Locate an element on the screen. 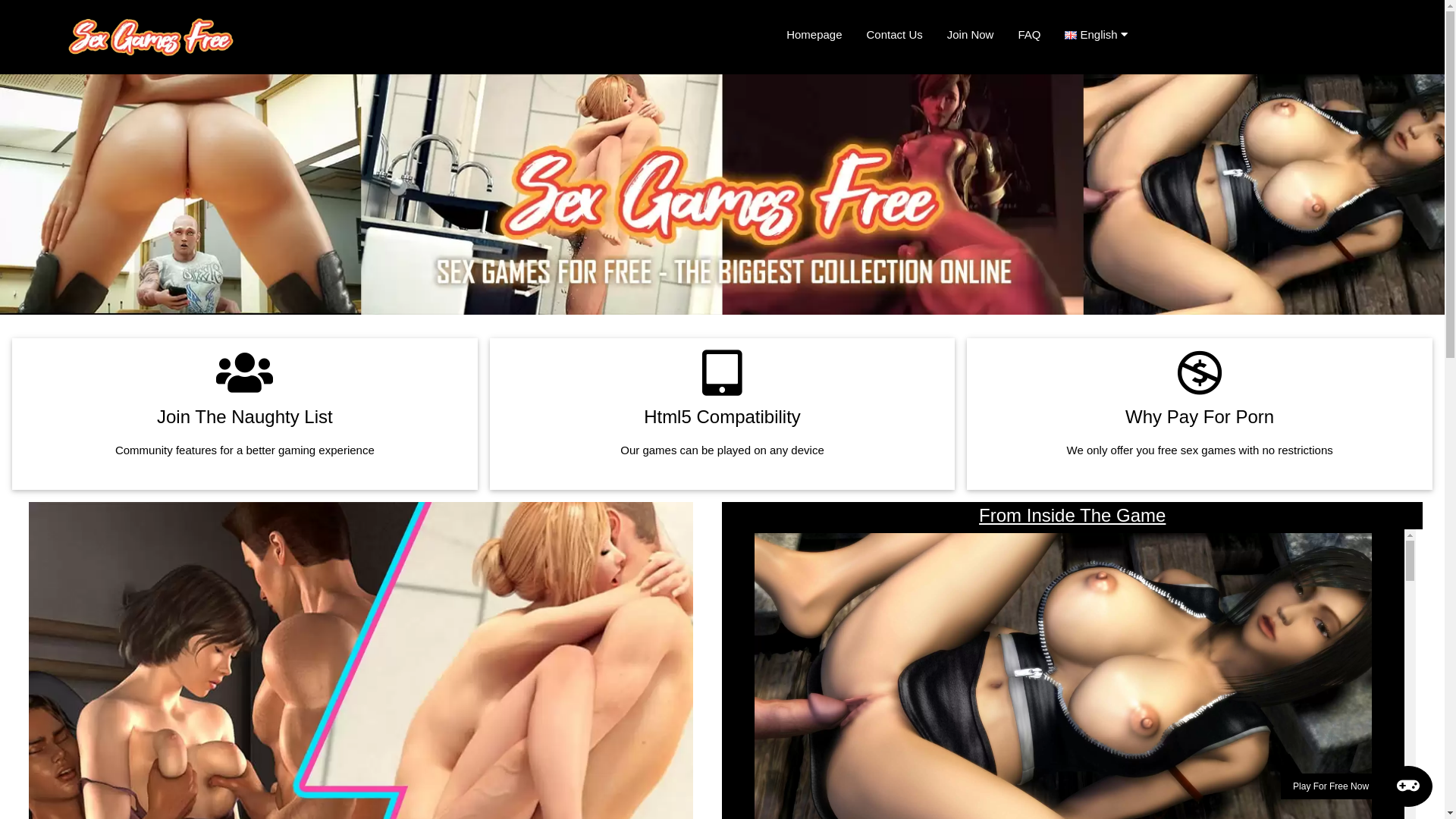 The image size is (1456, 819). 'Homepage' is located at coordinates (774, 34).